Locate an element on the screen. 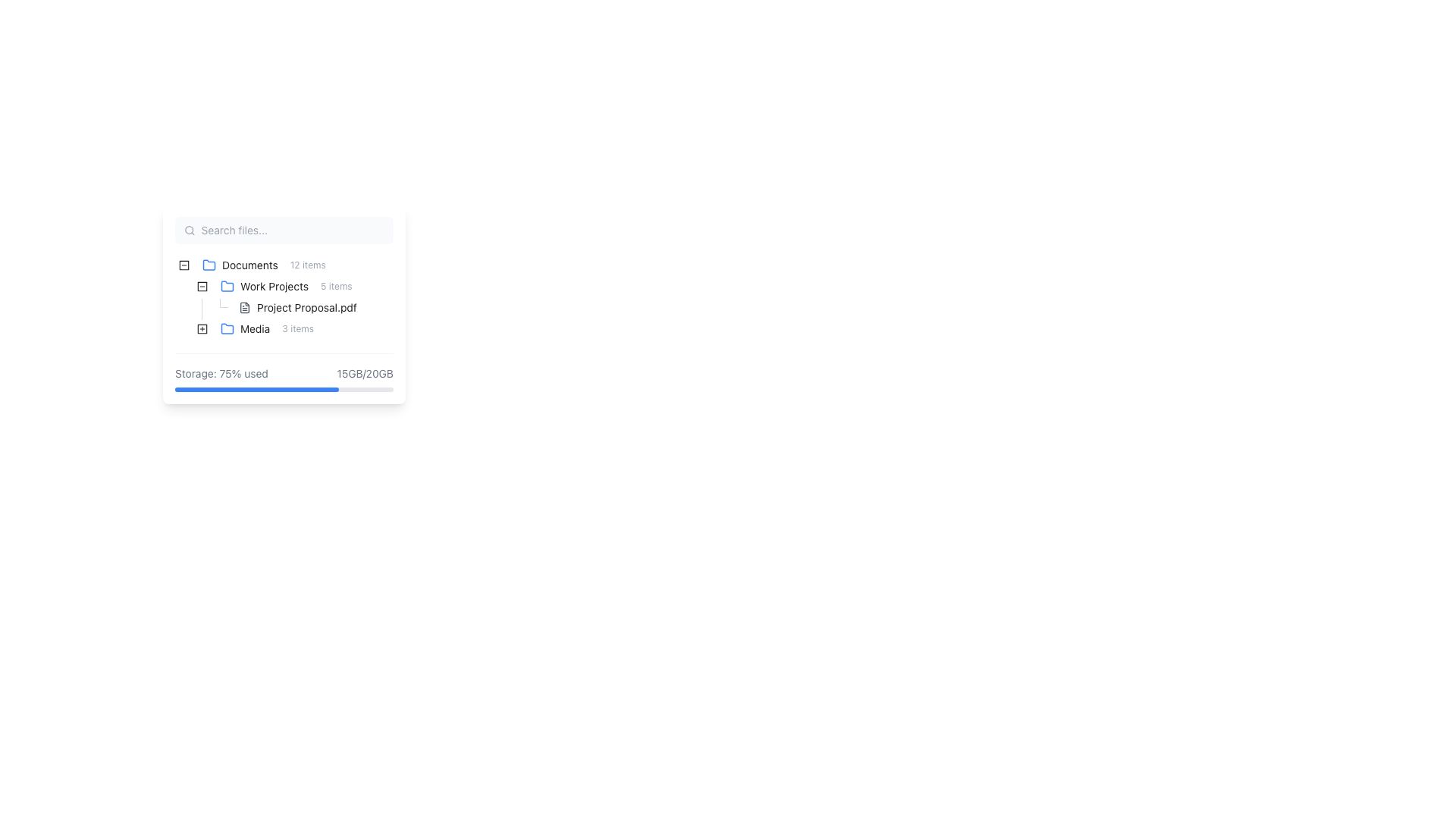  the label displaying '12 items', which is styled in a small gray font and positioned to the right of the 'Documents' text is located at coordinates (307, 265).